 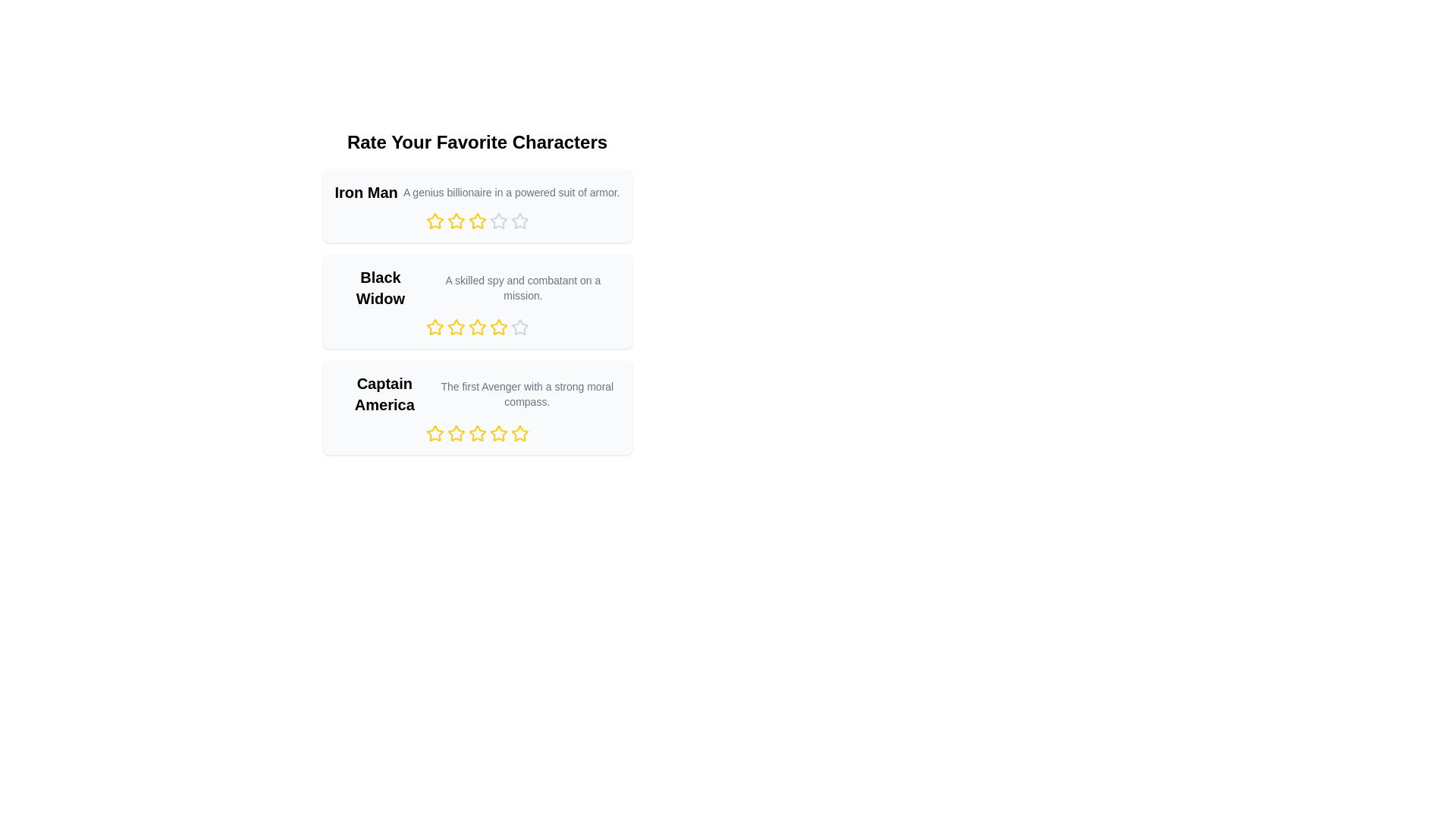 What do you see at coordinates (434, 221) in the screenshot?
I see `the second star in the rating system for 'Iron Man'` at bounding box center [434, 221].